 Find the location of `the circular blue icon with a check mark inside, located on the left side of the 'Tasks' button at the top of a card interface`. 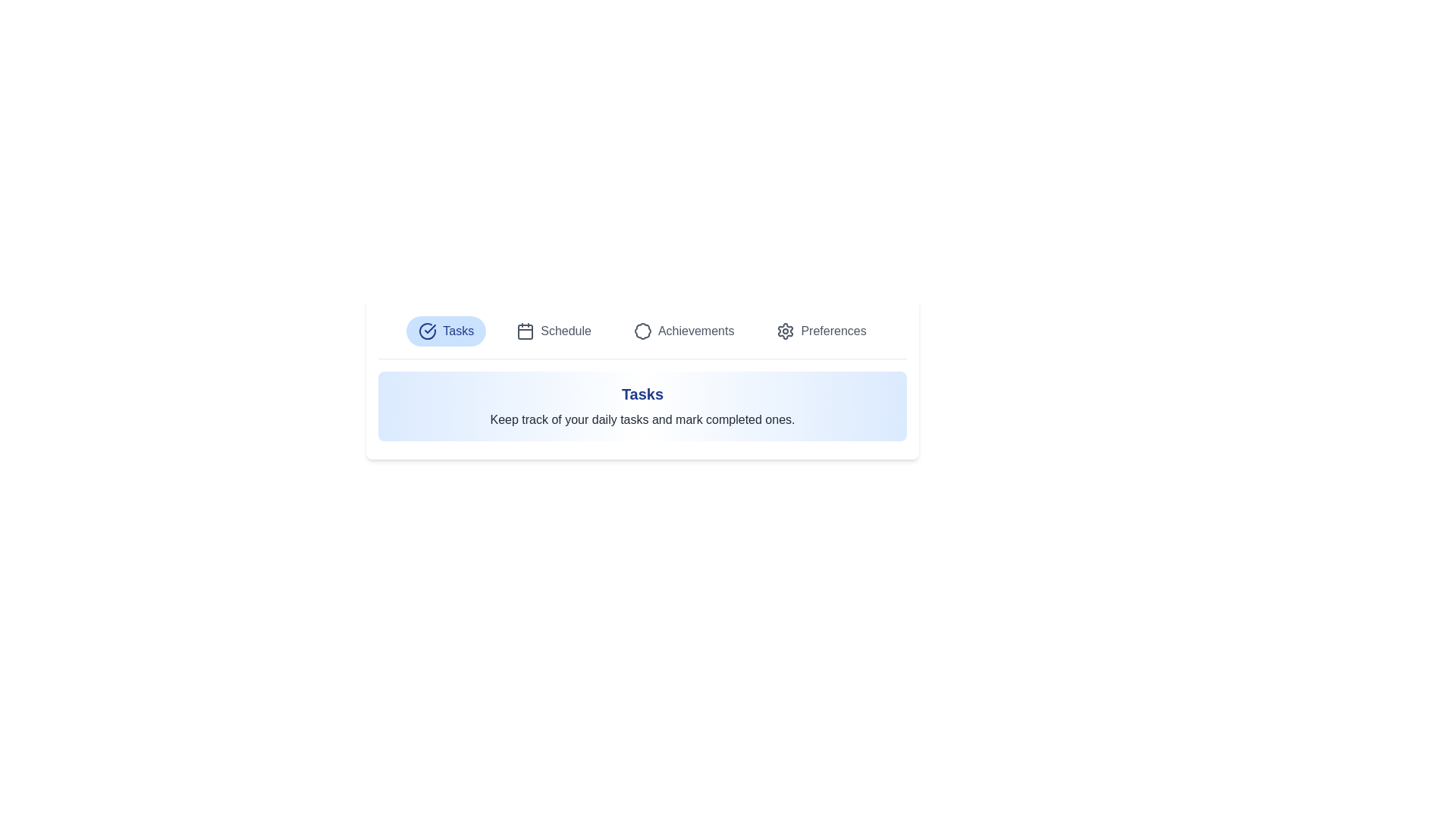

the circular blue icon with a check mark inside, located on the left side of the 'Tasks' button at the top of a card interface is located at coordinates (427, 330).